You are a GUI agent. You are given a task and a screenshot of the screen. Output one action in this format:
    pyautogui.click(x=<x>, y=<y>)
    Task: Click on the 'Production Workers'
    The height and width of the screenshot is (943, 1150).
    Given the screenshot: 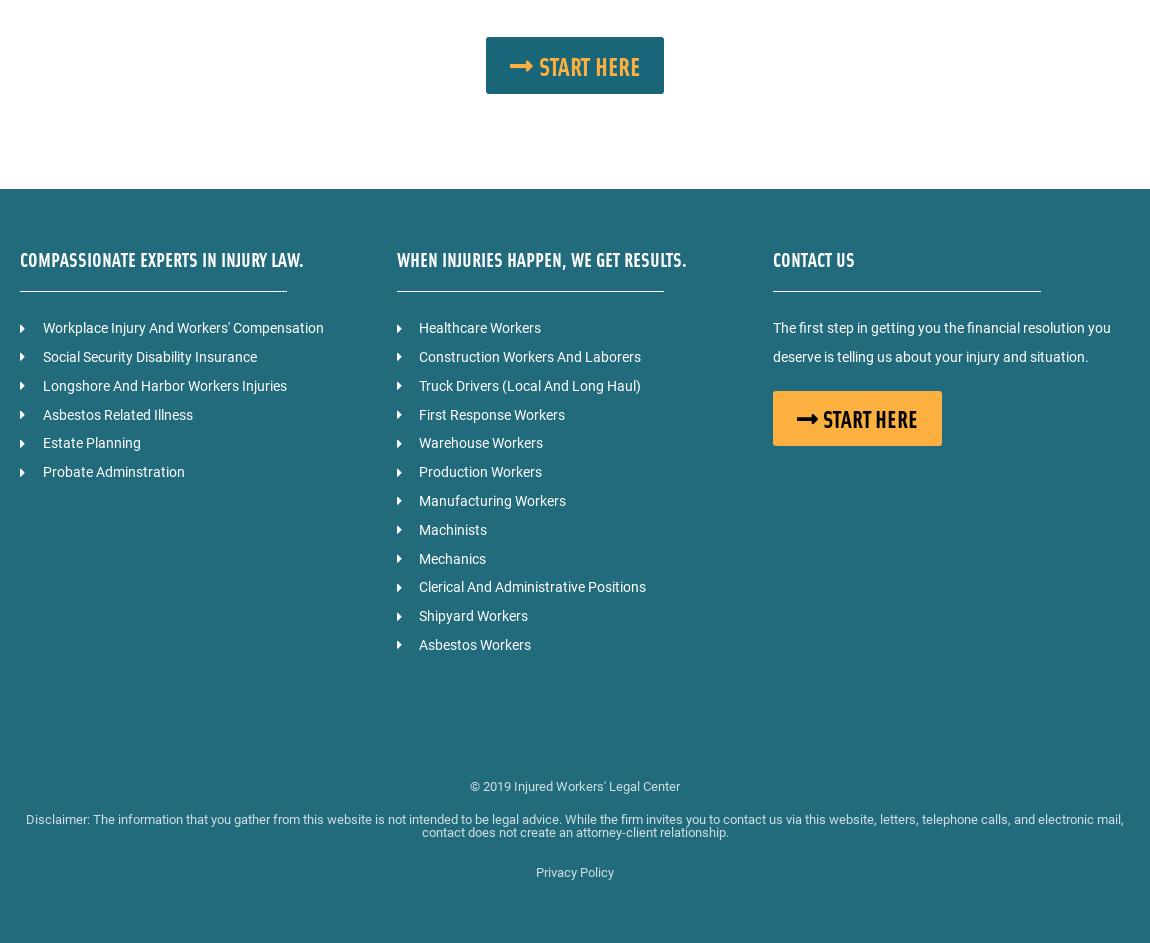 What is the action you would take?
    pyautogui.click(x=418, y=471)
    